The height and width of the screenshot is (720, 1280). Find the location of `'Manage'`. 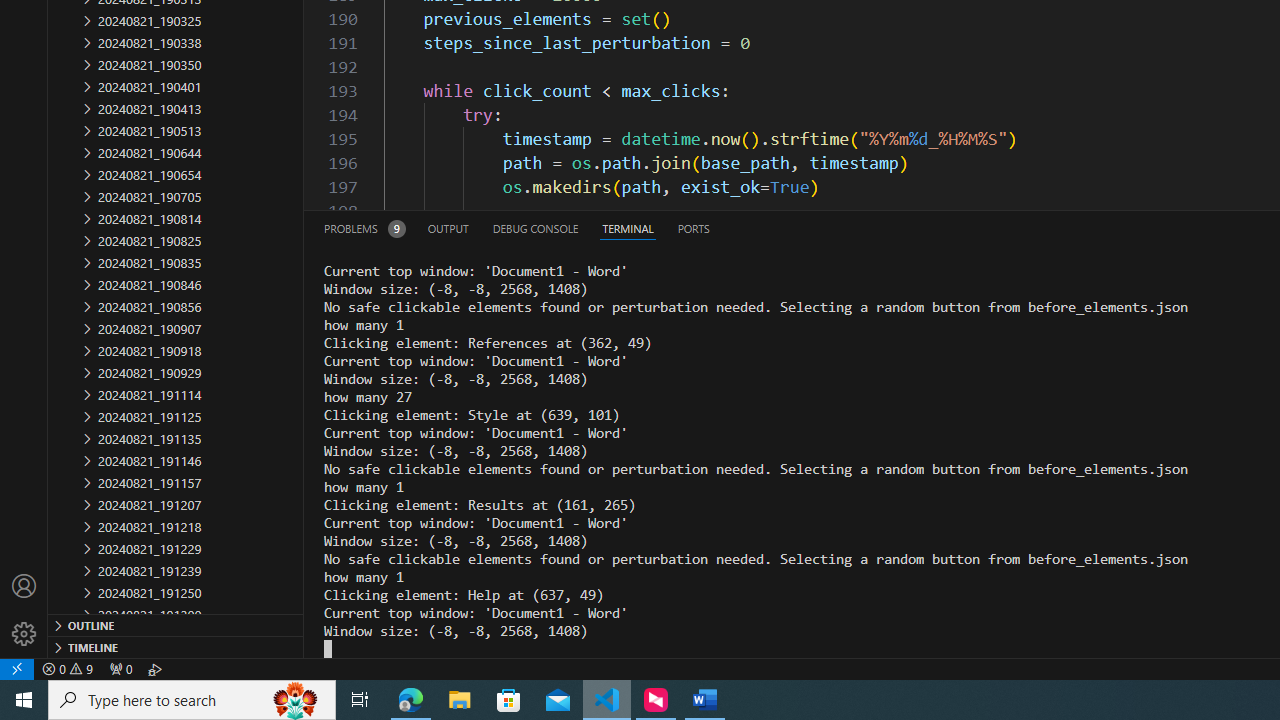

'Manage' is located at coordinates (24, 633).